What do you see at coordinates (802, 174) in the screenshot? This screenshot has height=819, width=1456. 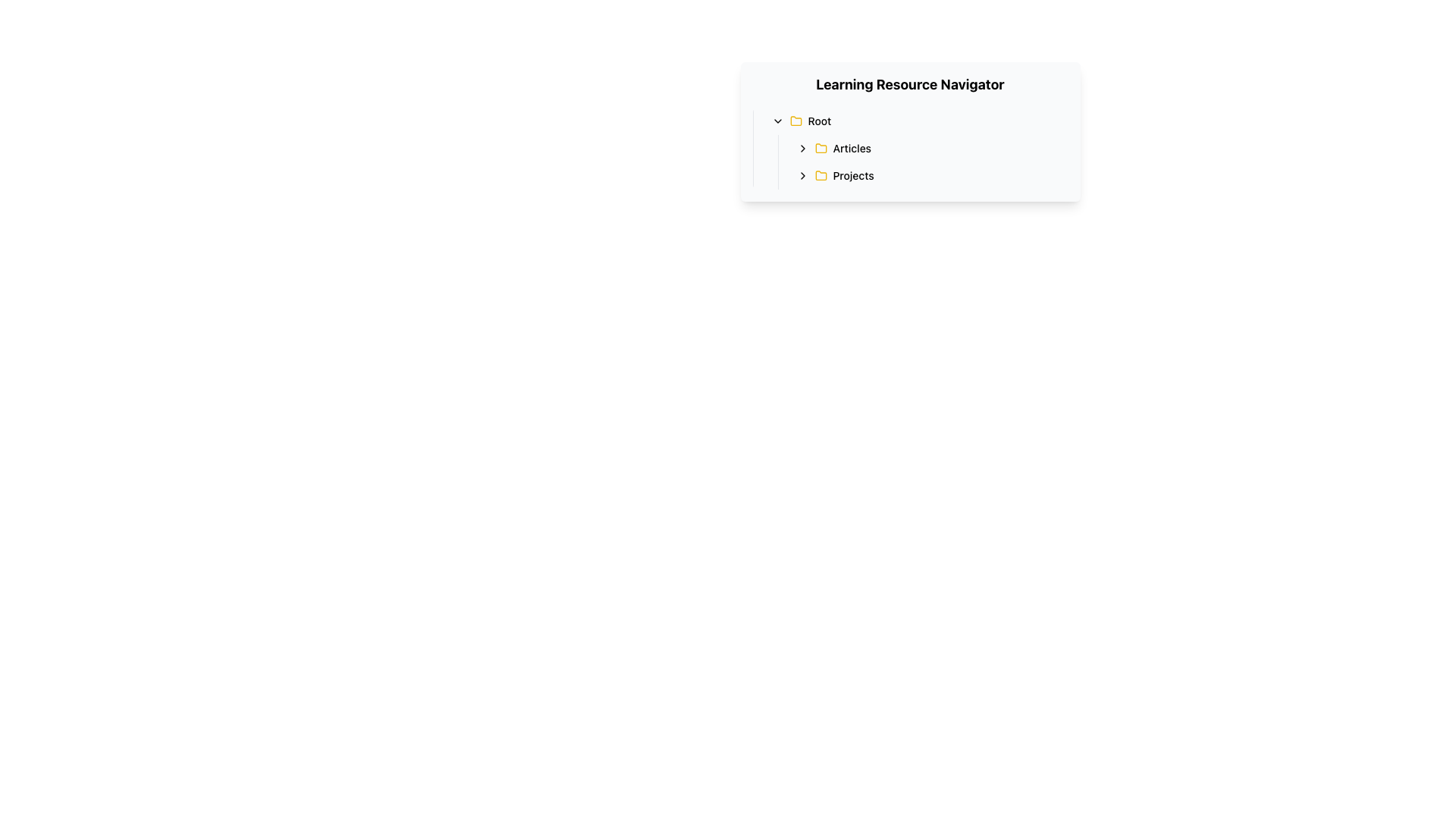 I see `the rightward-pointing chevron icon located to the immediate left of the Projects label in the navigation panel` at bounding box center [802, 174].